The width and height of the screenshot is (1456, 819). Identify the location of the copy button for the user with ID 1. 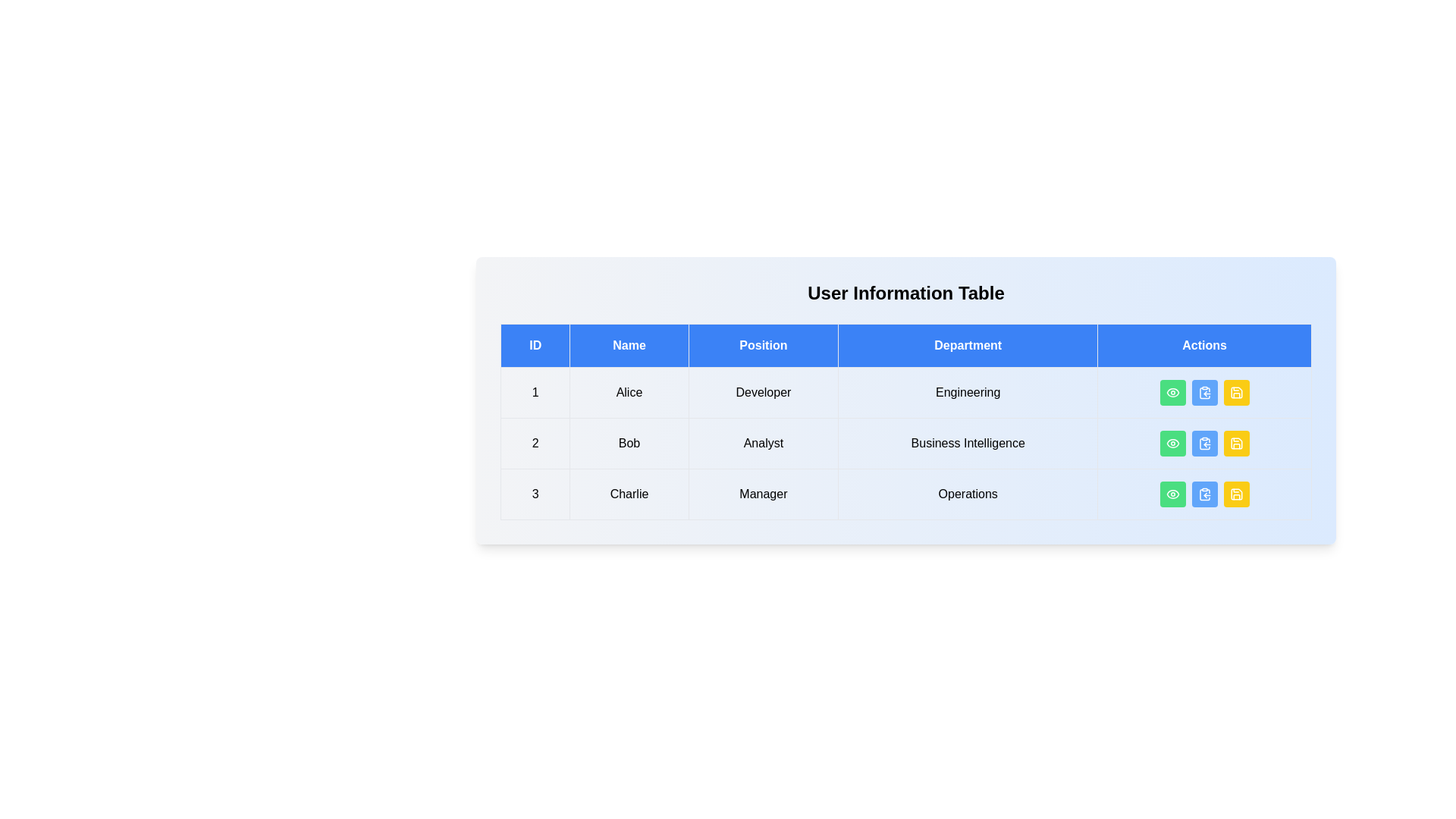
(1203, 391).